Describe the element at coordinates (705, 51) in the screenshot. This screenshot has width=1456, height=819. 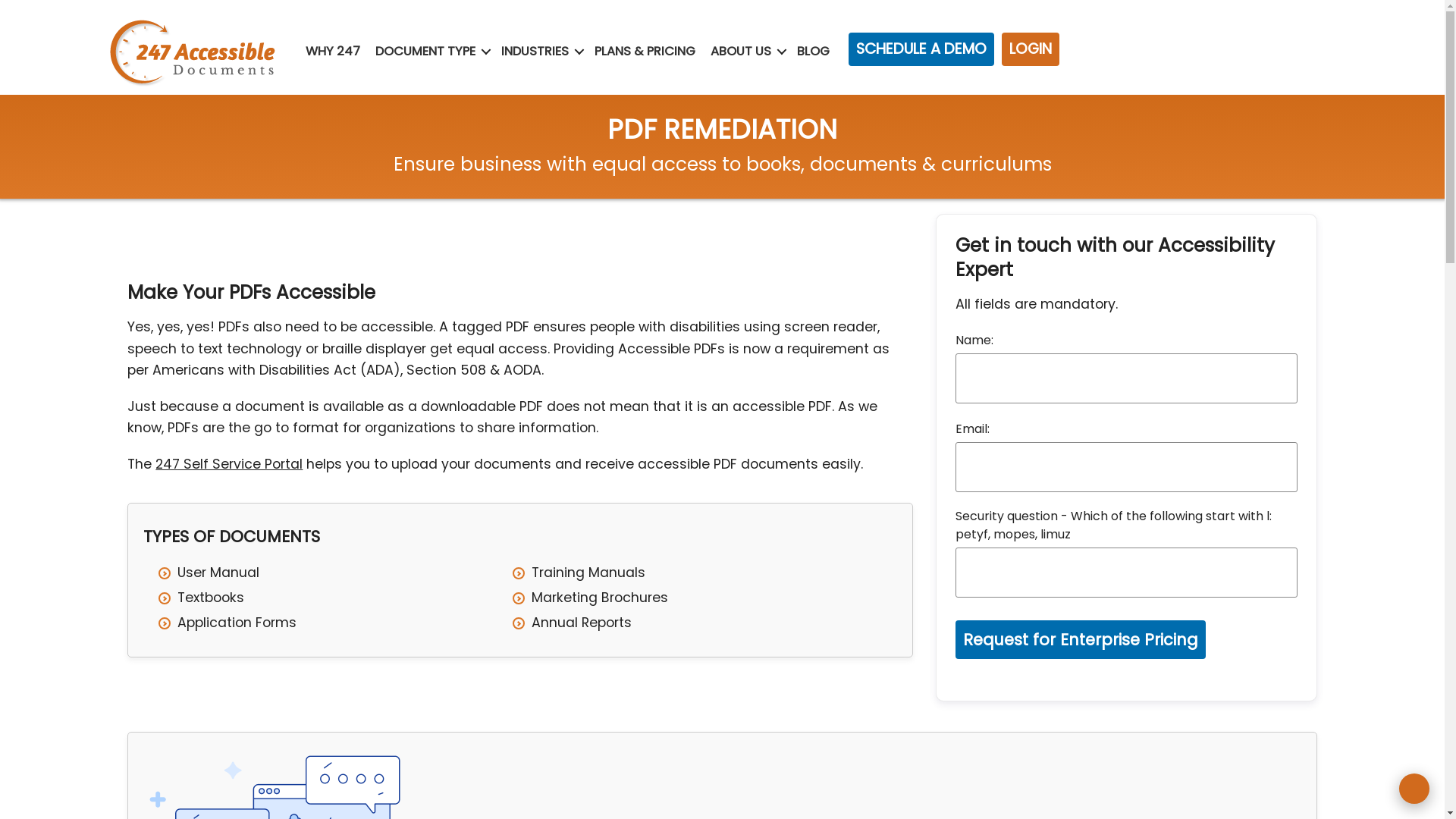
I see `'ABOUT US'` at that location.